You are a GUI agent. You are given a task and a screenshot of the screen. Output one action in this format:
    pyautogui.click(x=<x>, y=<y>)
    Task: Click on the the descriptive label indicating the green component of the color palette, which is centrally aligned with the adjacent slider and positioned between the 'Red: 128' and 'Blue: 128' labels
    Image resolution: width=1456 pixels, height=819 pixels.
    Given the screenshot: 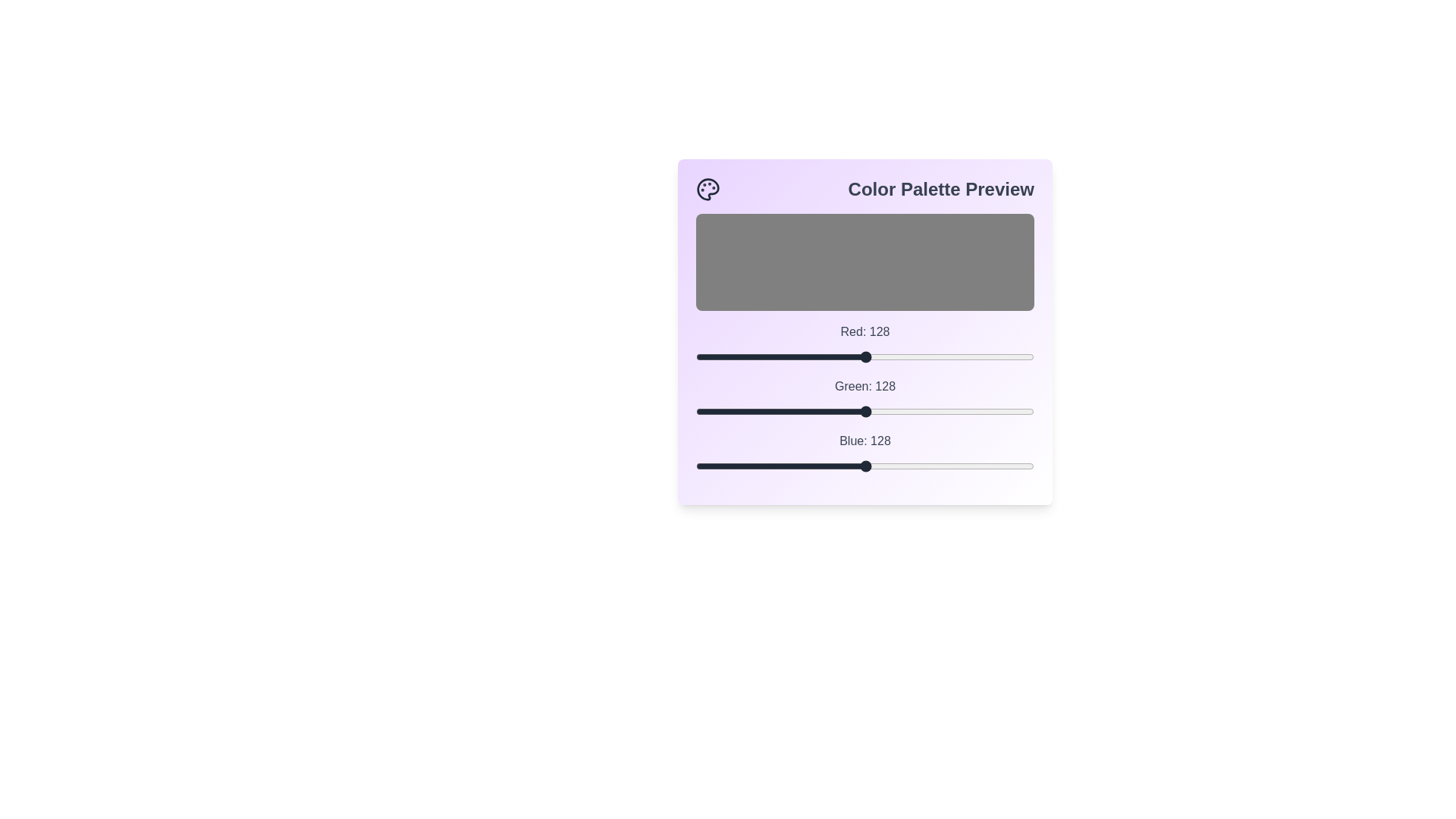 What is the action you would take?
    pyautogui.click(x=865, y=385)
    